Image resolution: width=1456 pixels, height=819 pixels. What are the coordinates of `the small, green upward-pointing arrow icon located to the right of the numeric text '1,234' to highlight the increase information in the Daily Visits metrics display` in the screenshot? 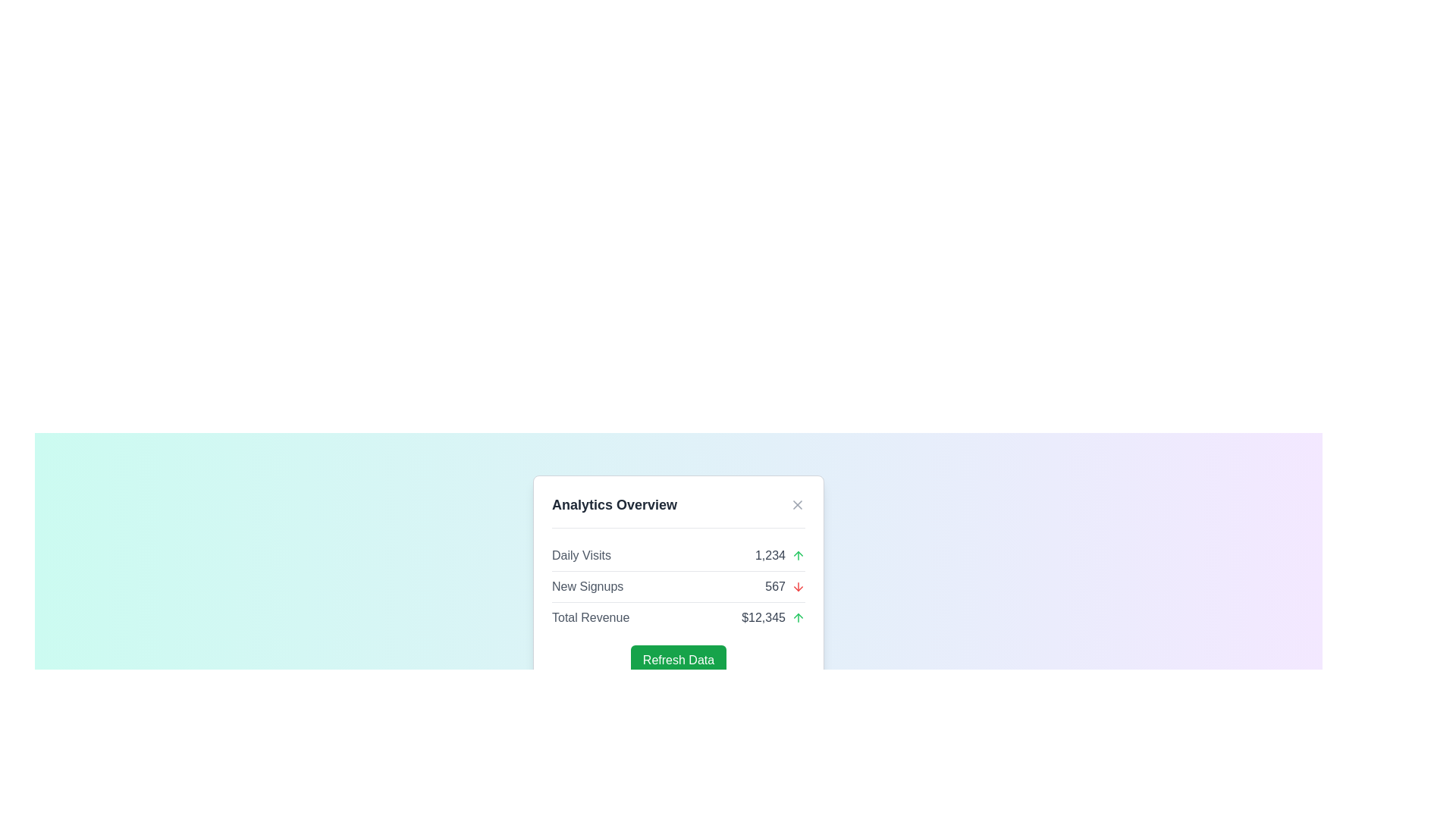 It's located at (797, 555).